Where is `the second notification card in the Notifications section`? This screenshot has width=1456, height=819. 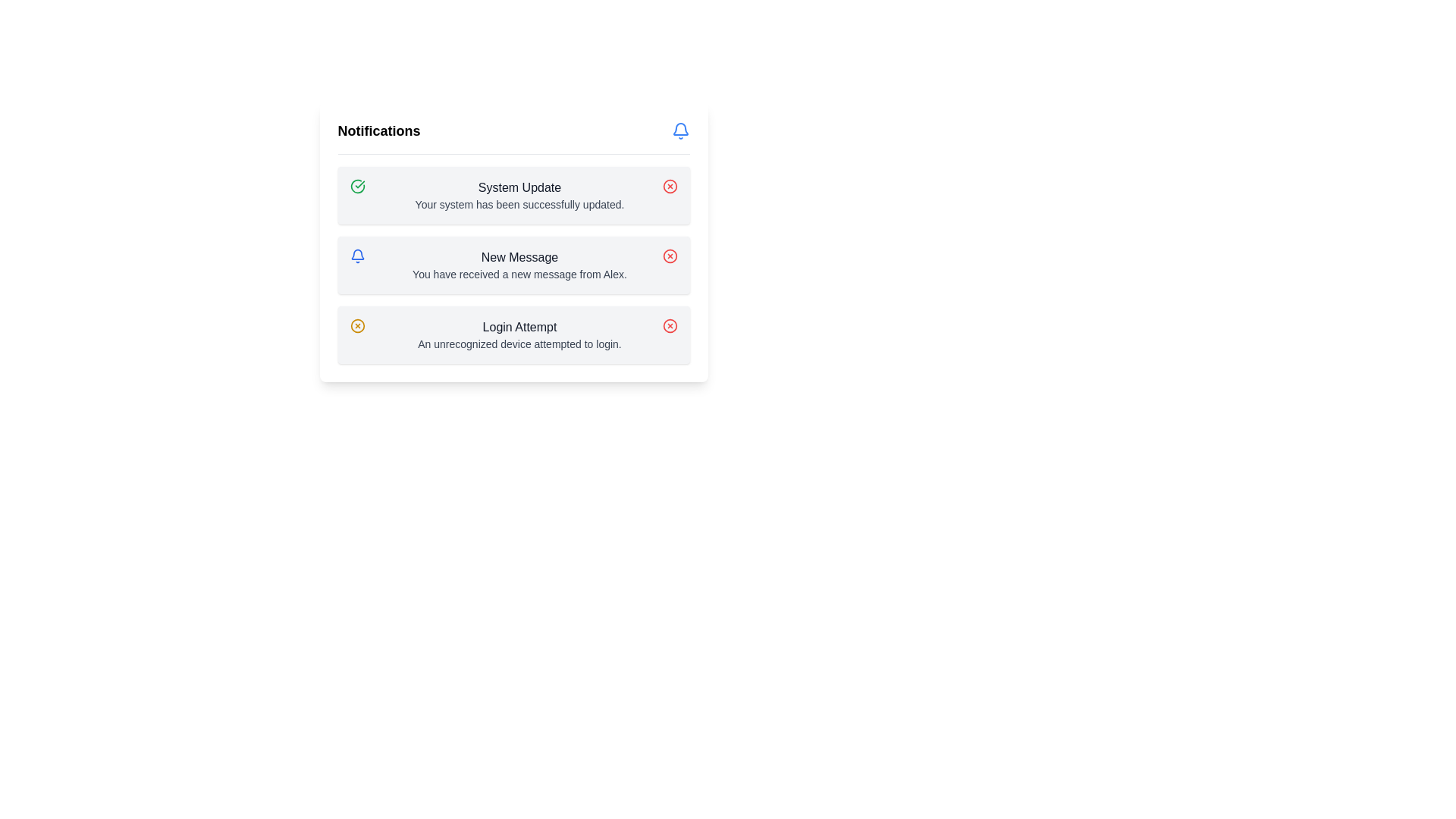 the second notification card in the Notifications section is located at coordinates (513, 265).